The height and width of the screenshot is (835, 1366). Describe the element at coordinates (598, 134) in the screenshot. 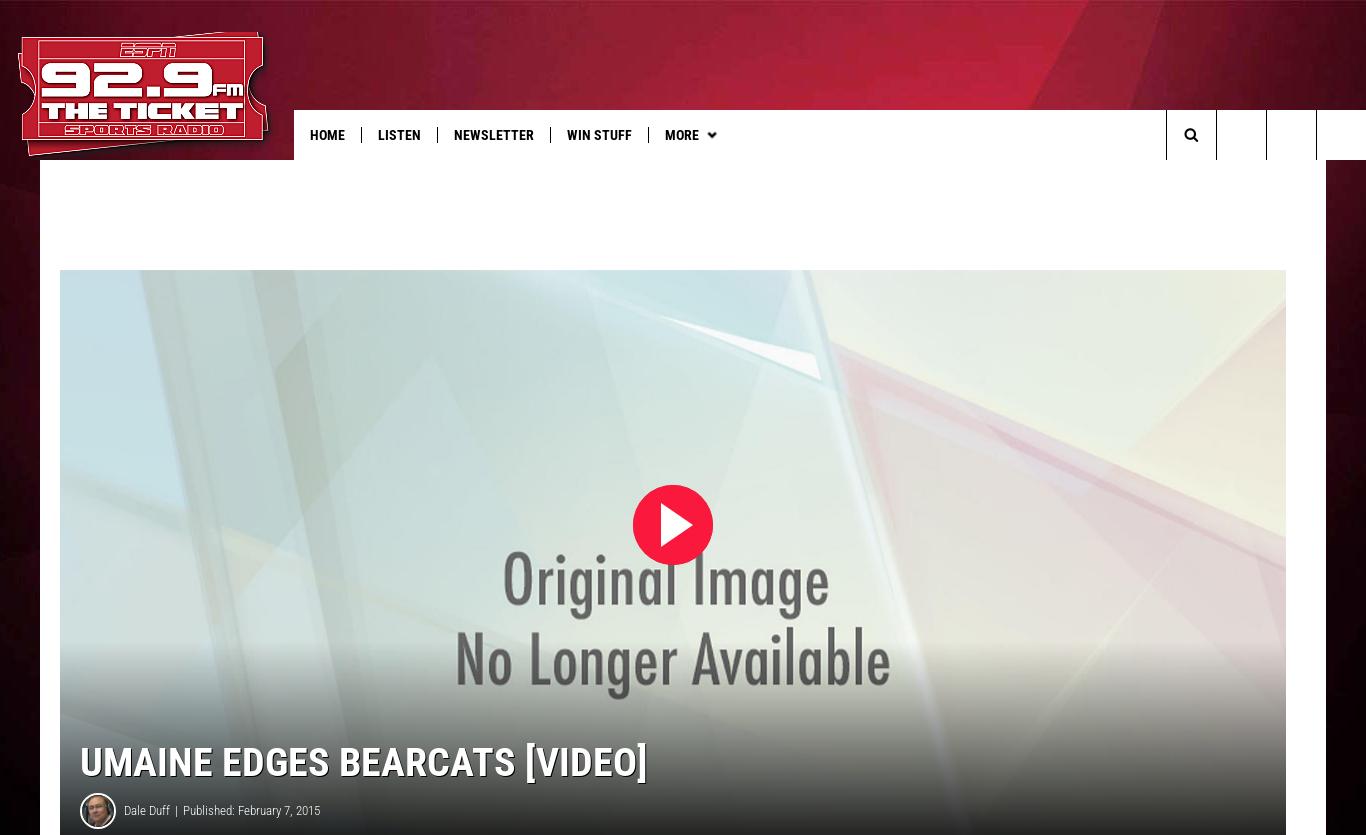

I see `'Win Stuff'` at that location.